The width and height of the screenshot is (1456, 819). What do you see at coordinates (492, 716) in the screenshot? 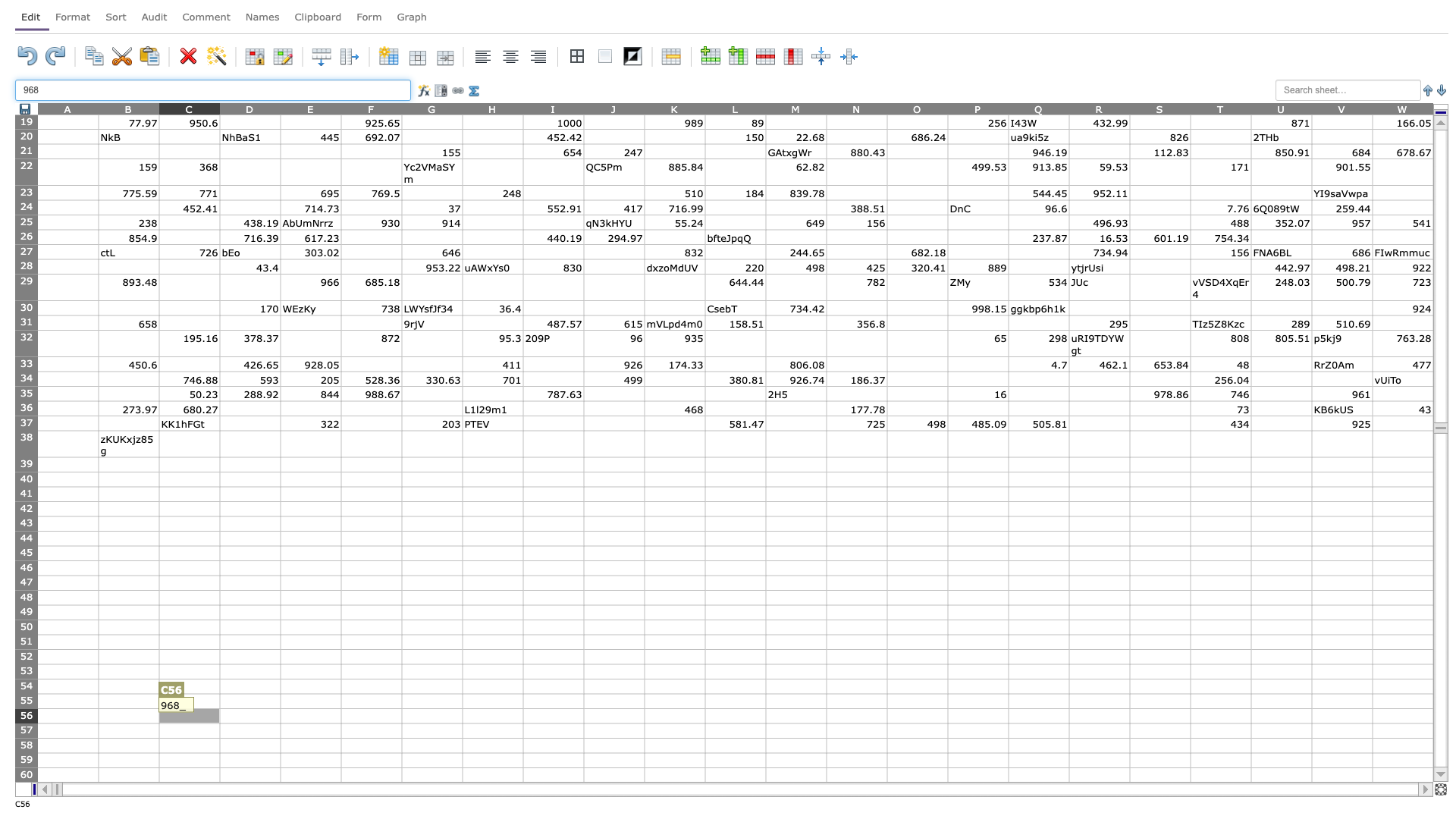
I see `H56` at bounding box center [492, 716].